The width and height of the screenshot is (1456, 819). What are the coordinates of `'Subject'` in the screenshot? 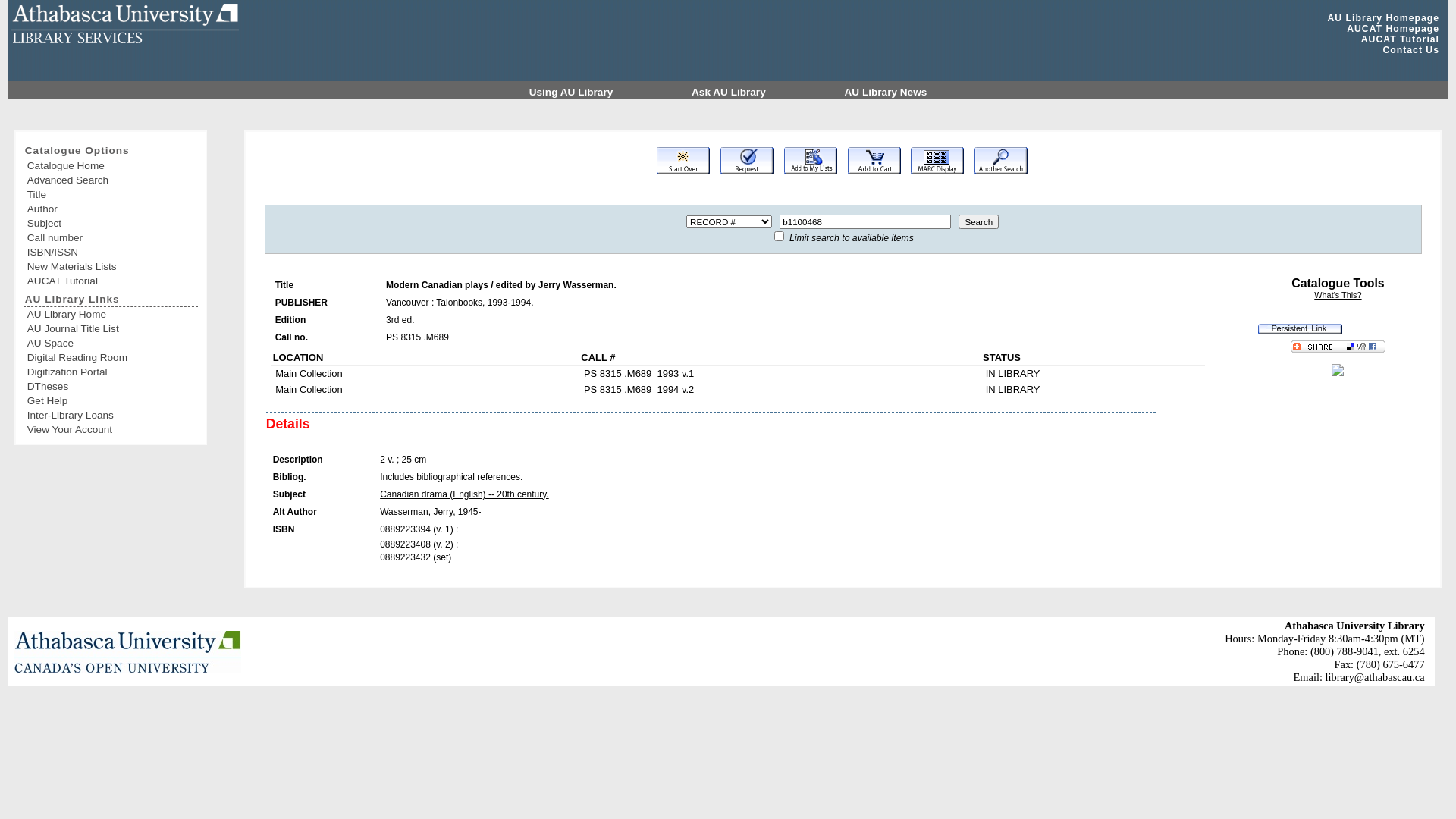 It's located at (111, 223).